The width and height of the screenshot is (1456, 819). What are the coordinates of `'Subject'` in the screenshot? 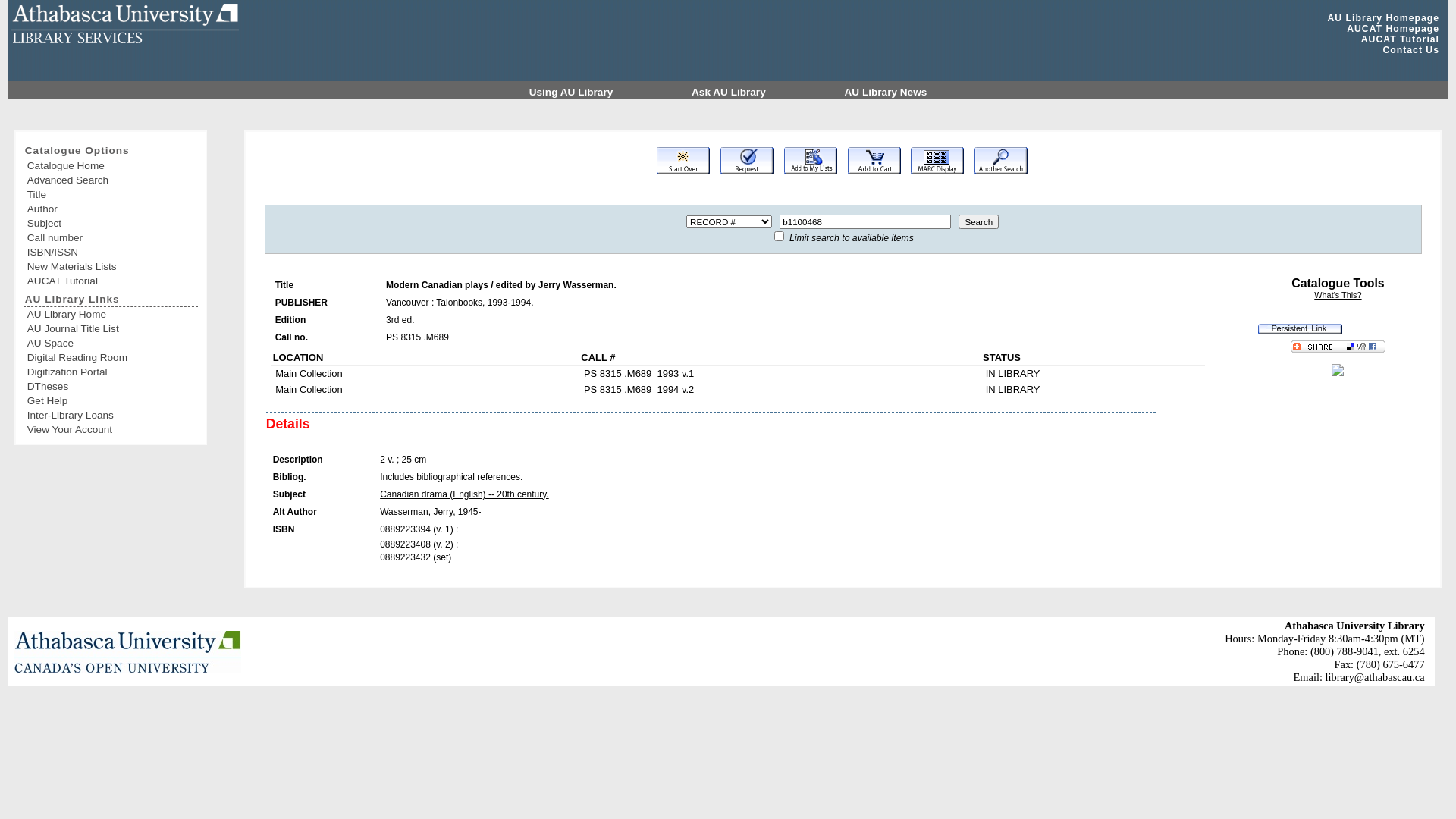 It's located at (111, 223).